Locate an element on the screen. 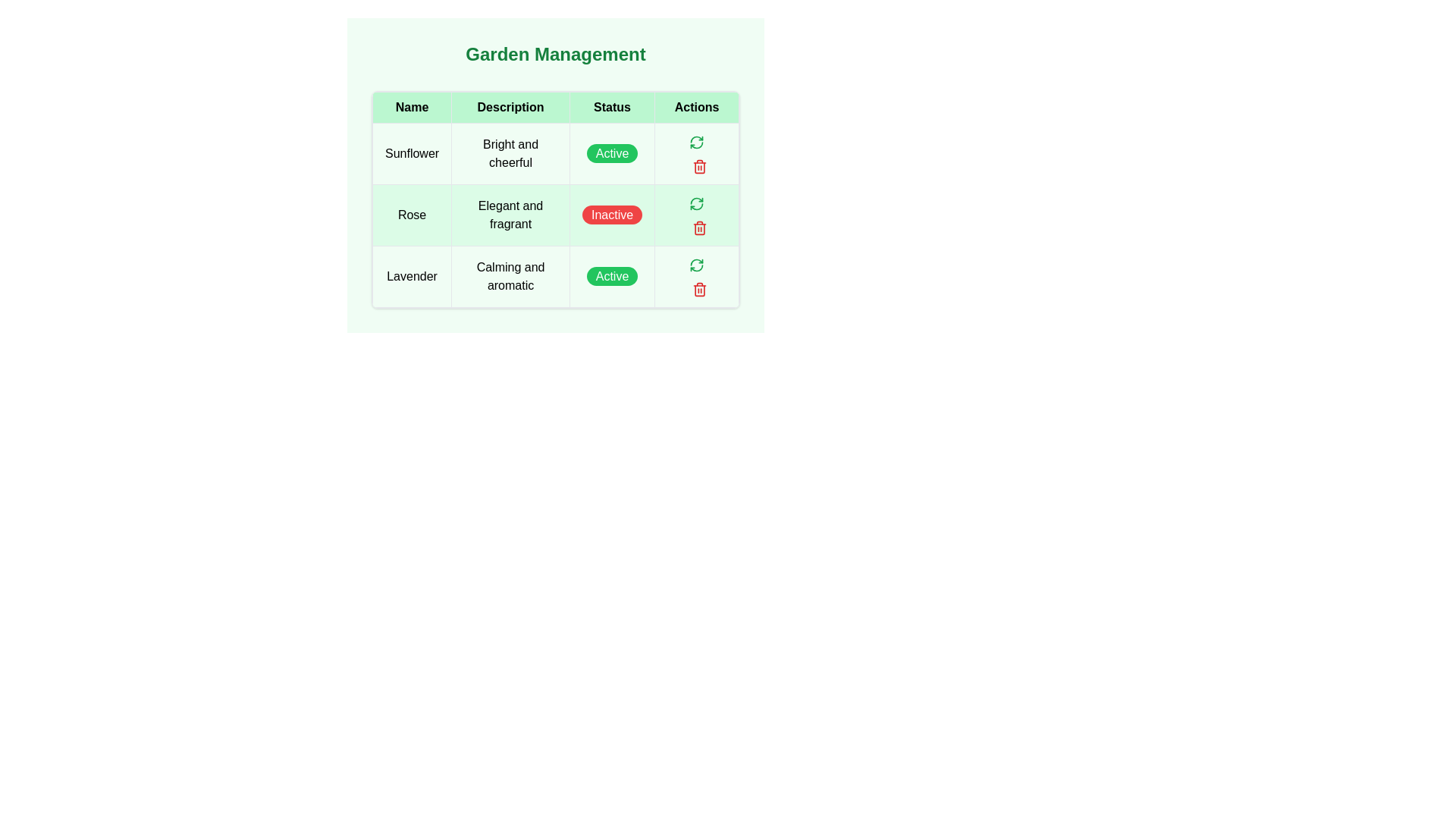  the Text label (table header) located at the top-left corner of the table, which describes the first column containing plant names is located at coordinates (412, 107).